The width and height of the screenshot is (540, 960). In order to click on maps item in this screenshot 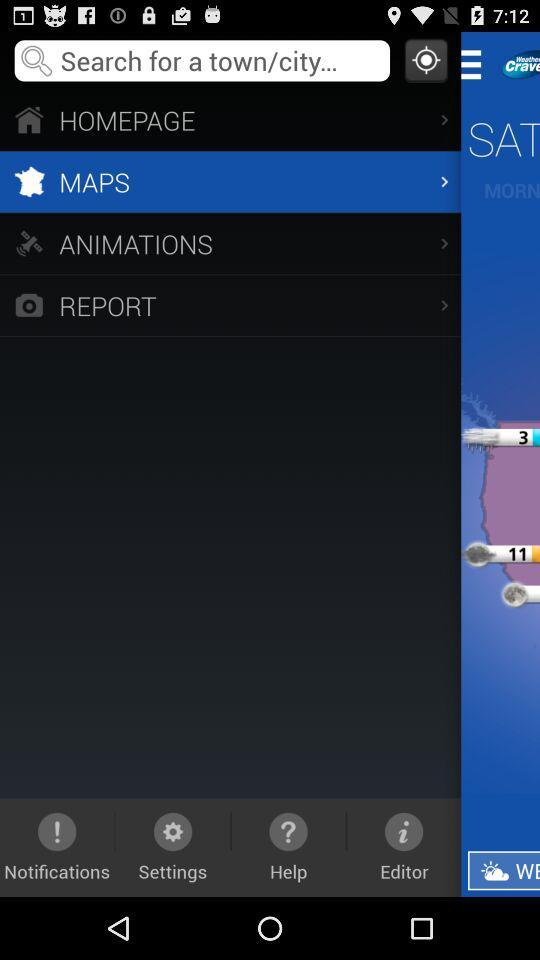, I will do `click(229, 181)`.